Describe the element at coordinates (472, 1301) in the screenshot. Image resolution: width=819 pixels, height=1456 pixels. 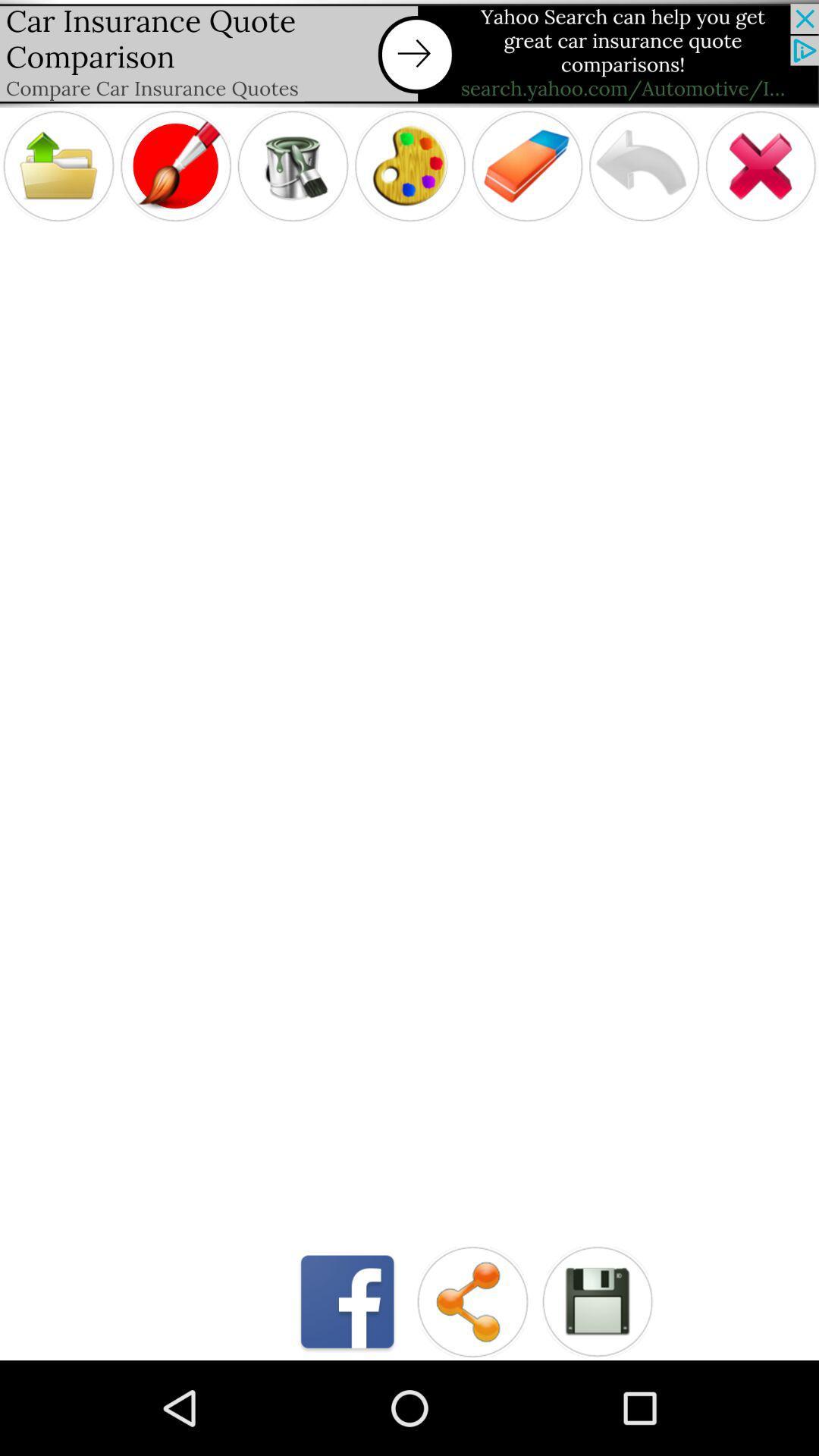
I see `share the article` at that location.